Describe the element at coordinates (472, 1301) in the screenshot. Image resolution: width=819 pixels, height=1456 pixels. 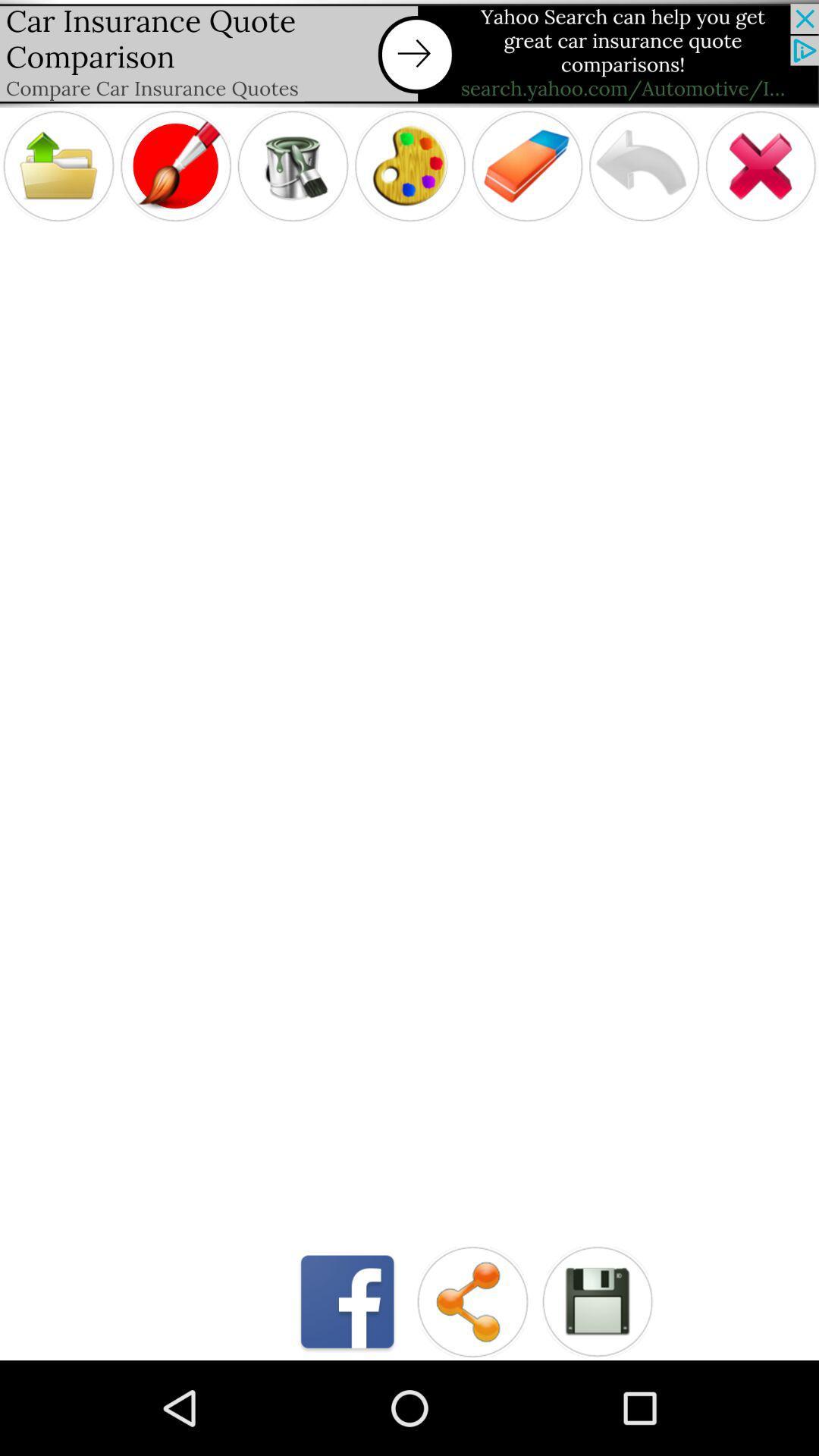
I see `share the article` at that location.